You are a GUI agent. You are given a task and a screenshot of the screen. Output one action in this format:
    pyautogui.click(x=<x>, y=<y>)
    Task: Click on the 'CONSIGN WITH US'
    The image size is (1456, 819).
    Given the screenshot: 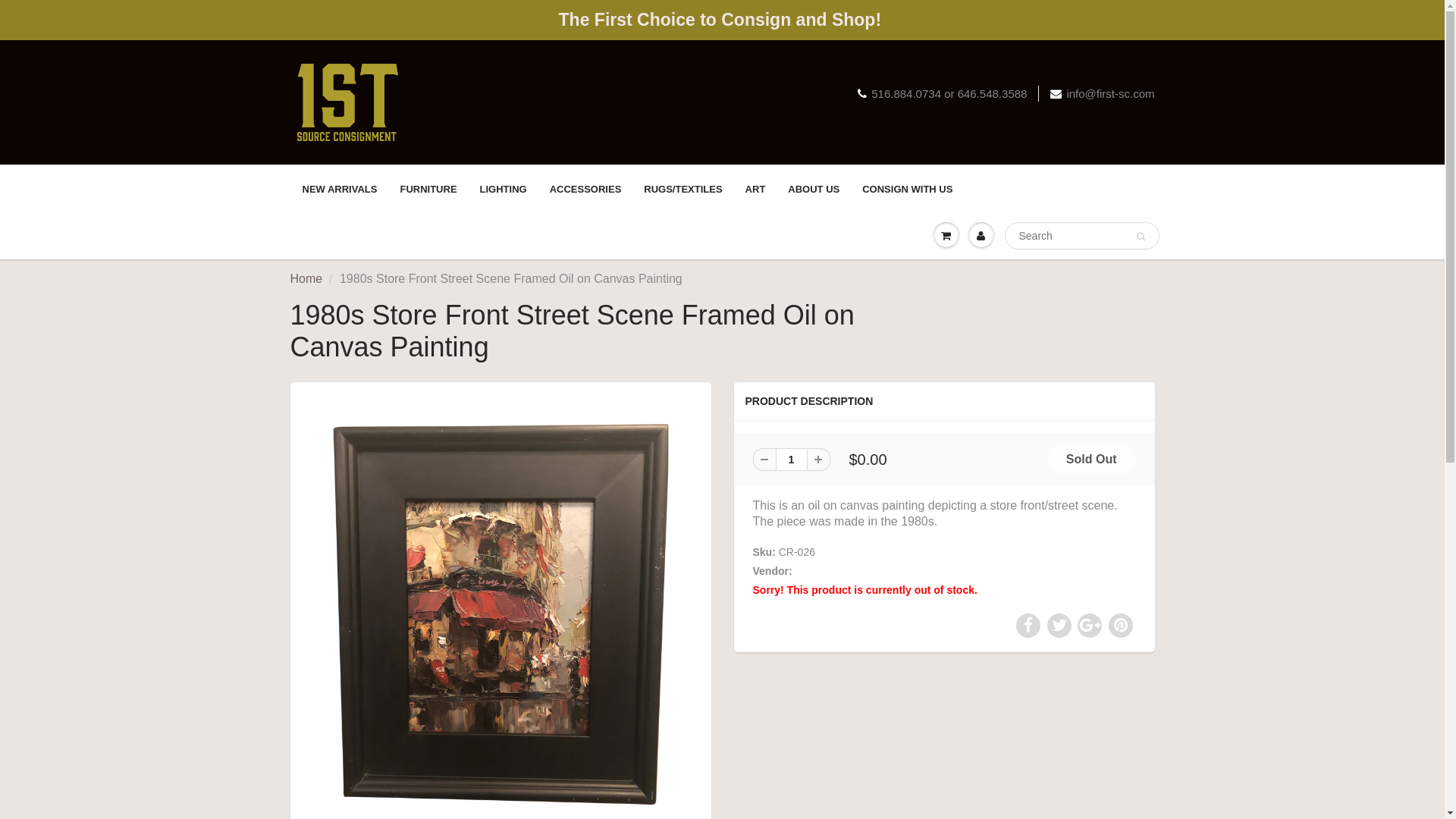 What is the action you would take?
    pyautogui.click(x=907, y=189)
    